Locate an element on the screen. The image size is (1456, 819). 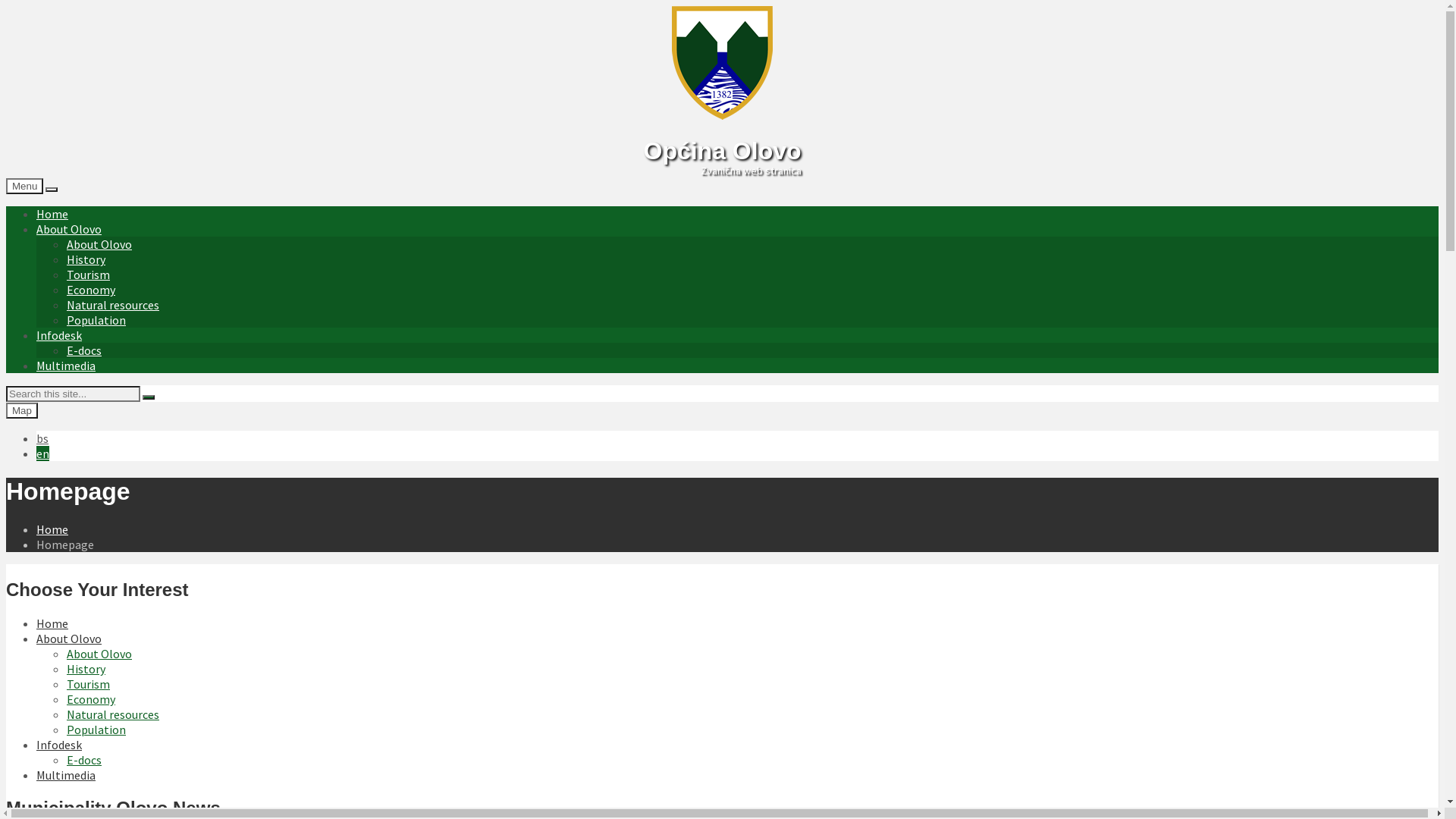
'History' is located at coordinates (85, 259).